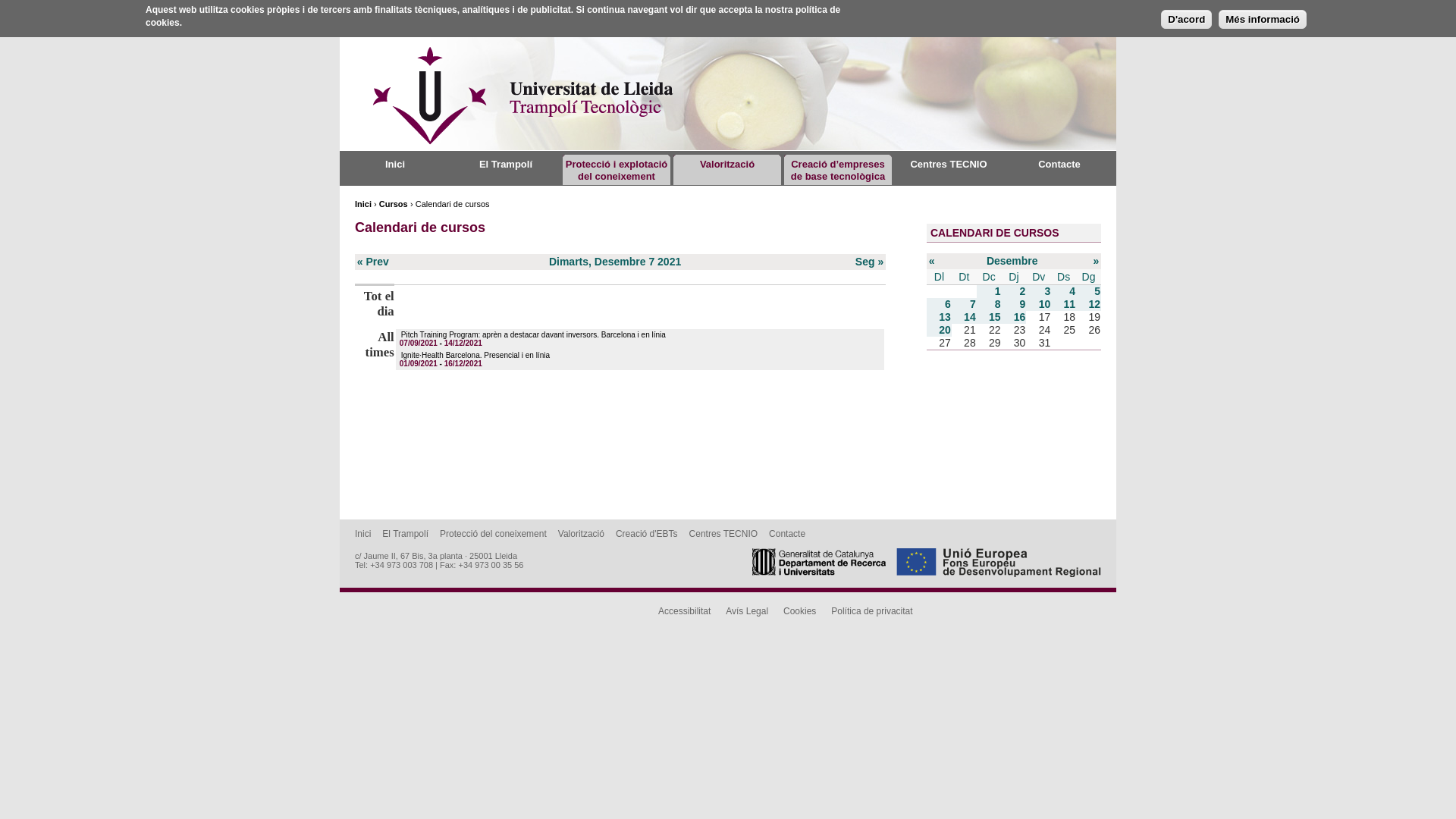 This screenshot has width=1456, height=819. I want to click on '14', so click(968, 315).